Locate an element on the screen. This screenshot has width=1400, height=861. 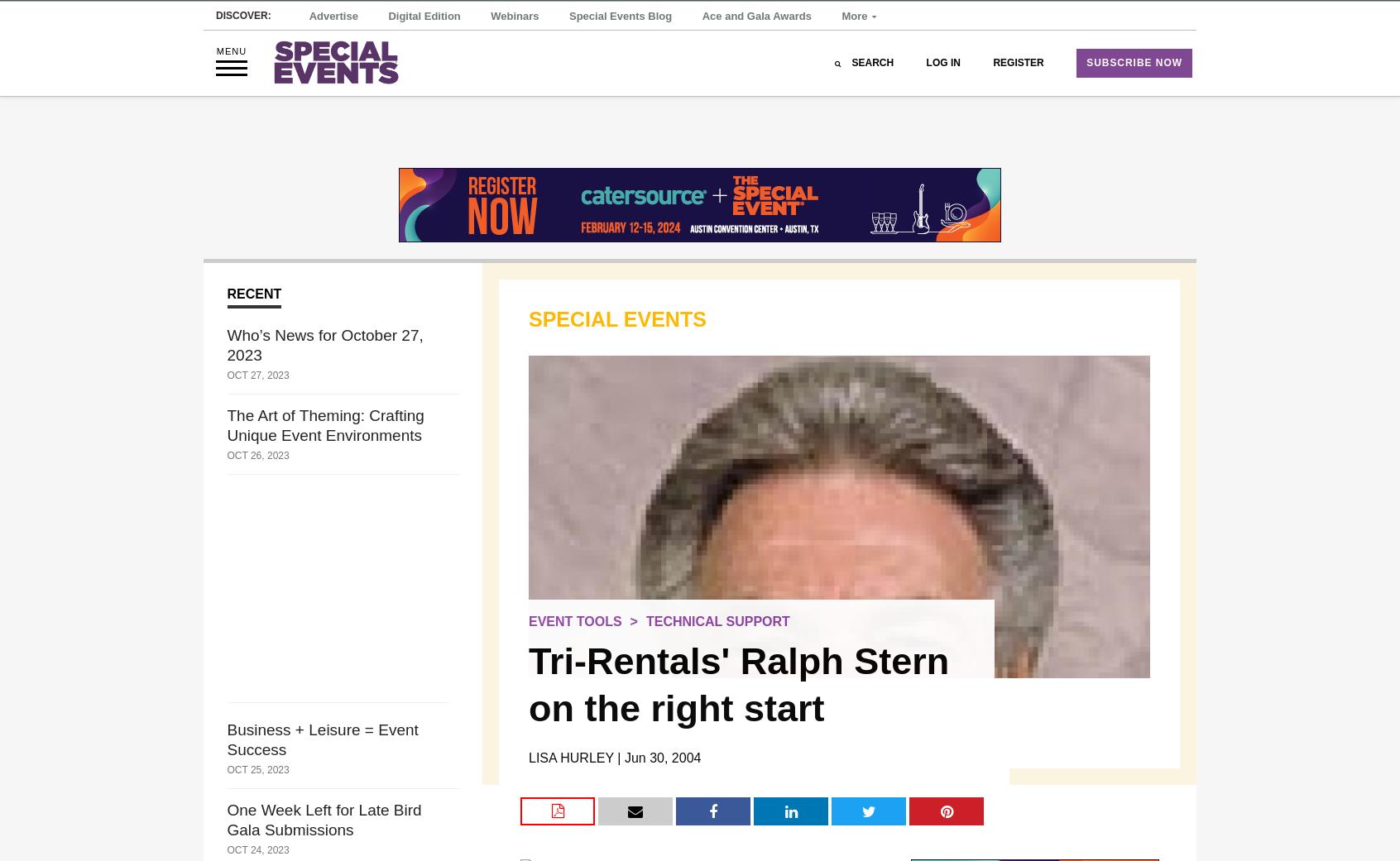
'Discover:' is located at coordinates (242, 42).